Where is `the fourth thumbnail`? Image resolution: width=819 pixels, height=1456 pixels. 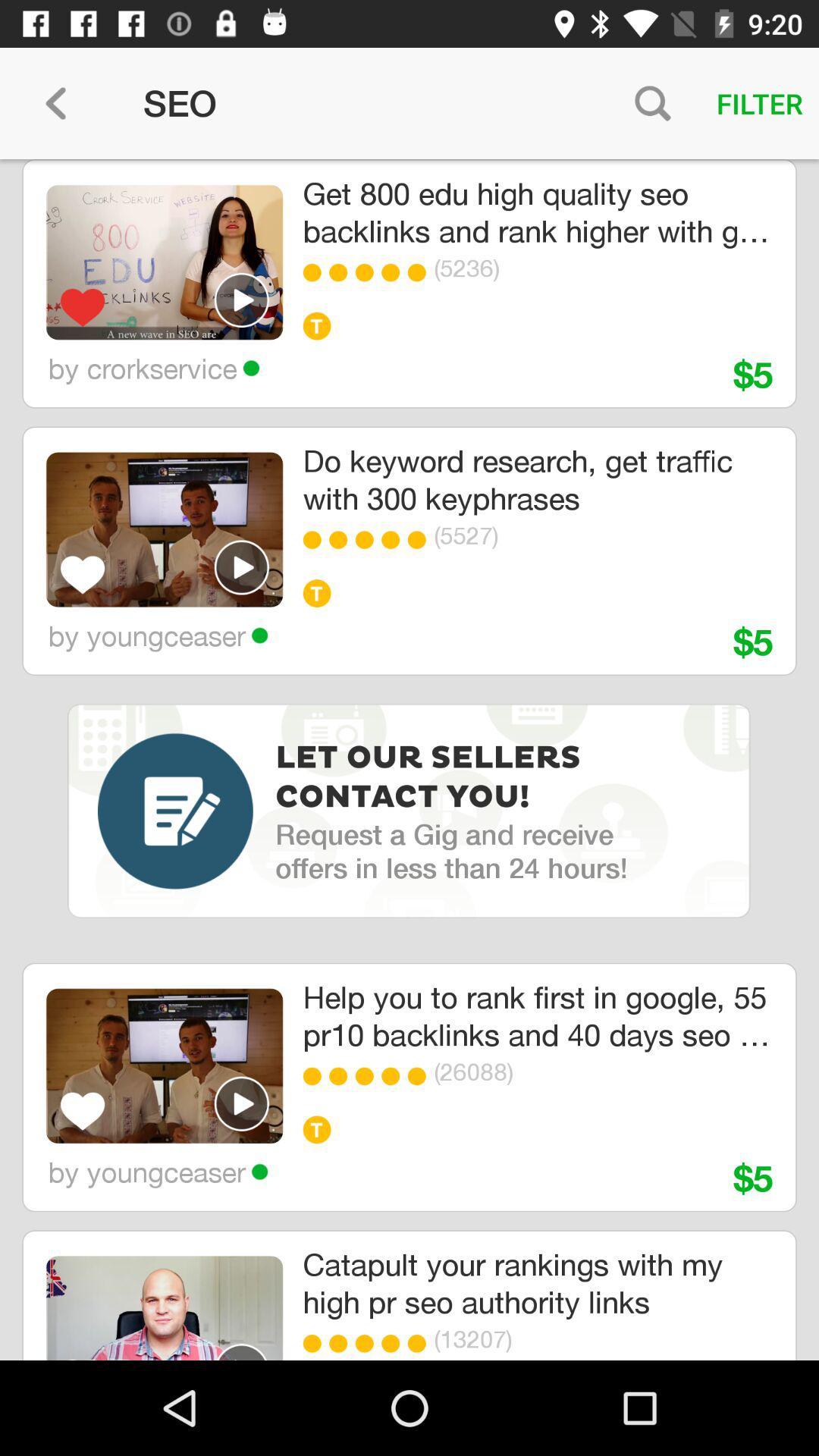
the fourth thumbnail is located at coordinates (165, 1307).